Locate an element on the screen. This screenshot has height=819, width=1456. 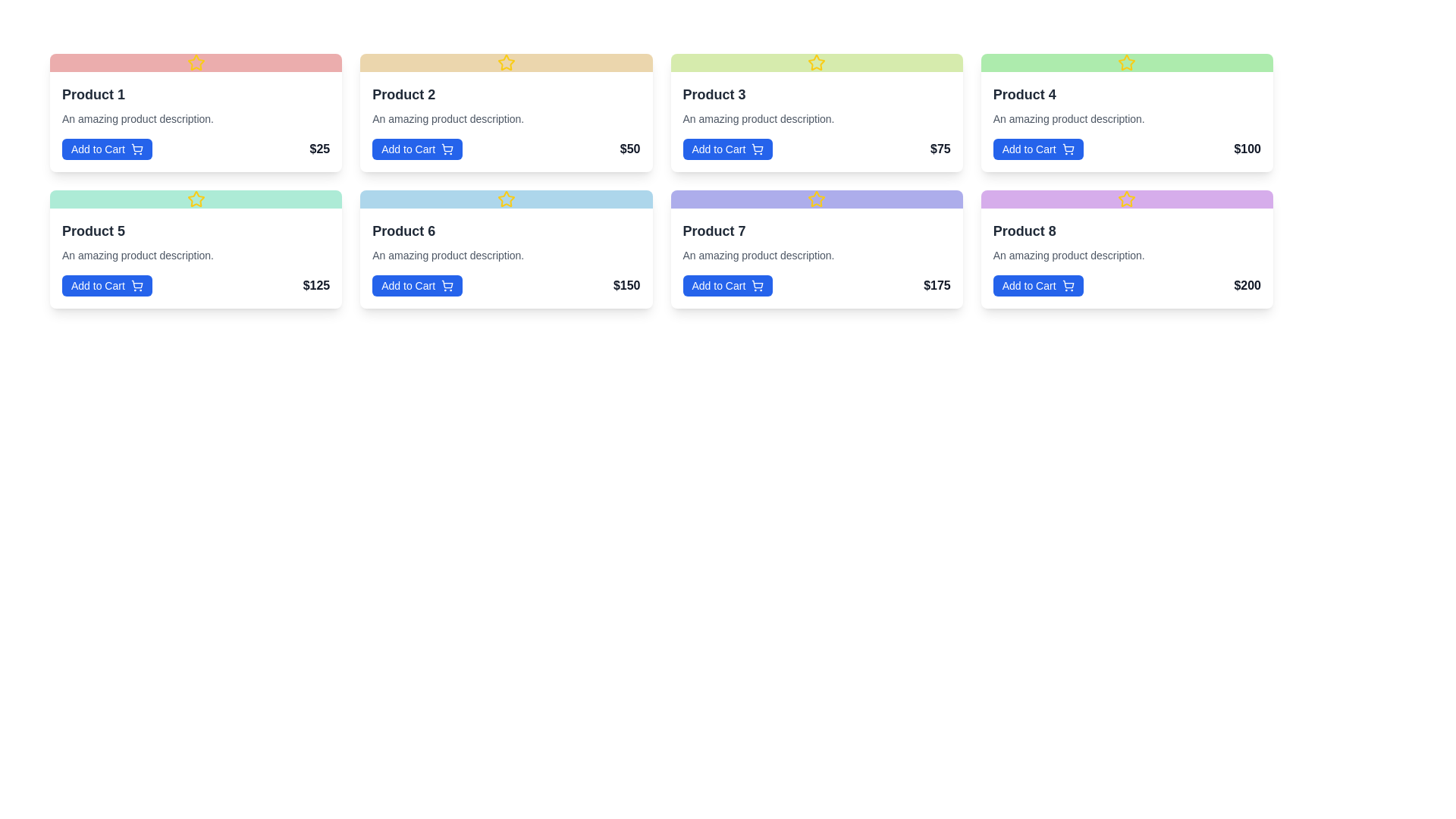
the rectangular blue button labeled 'Add to Cart' with a shopping cart icon is located at coordinates (1037, 286).